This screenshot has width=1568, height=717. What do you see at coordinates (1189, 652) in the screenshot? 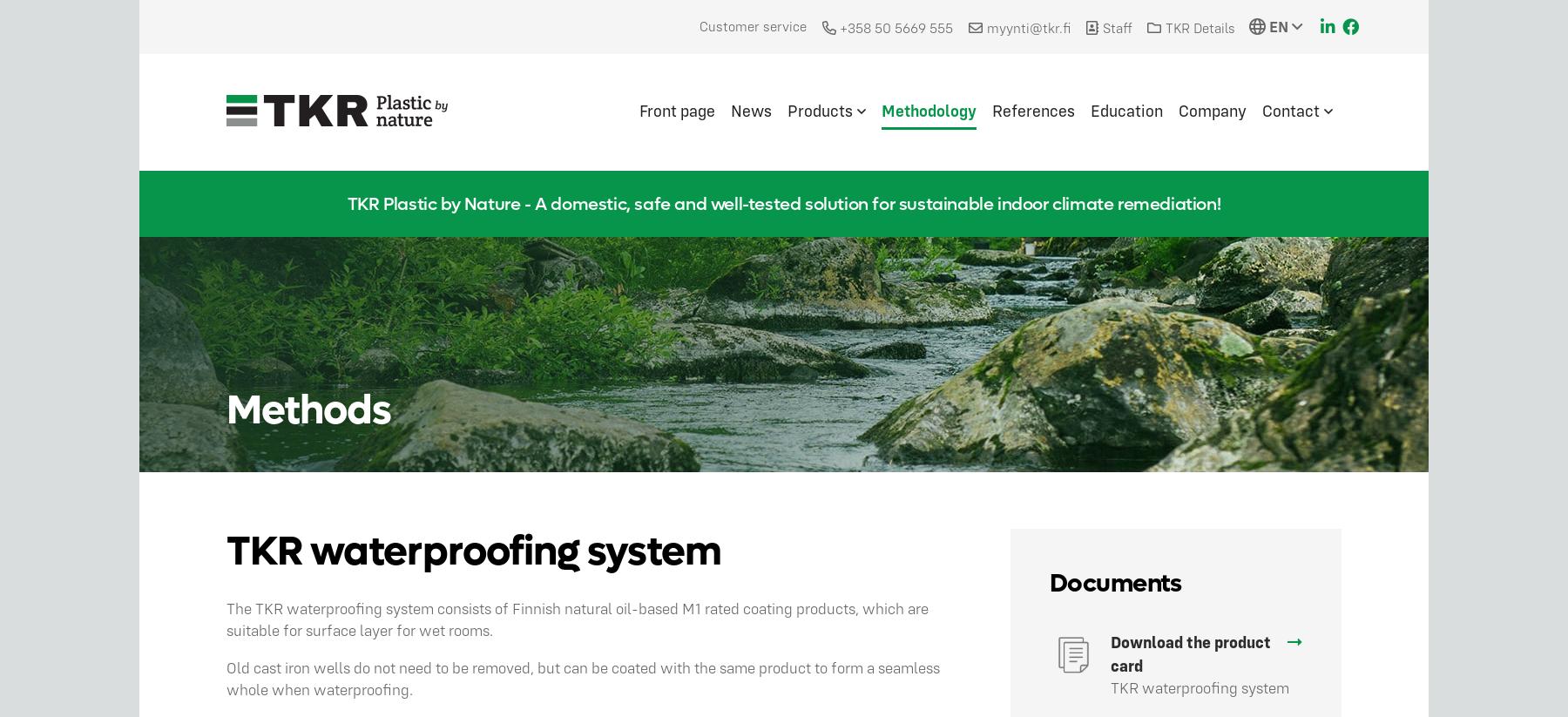
I see `'Download the product card'` at bounding box center [1189, 652].